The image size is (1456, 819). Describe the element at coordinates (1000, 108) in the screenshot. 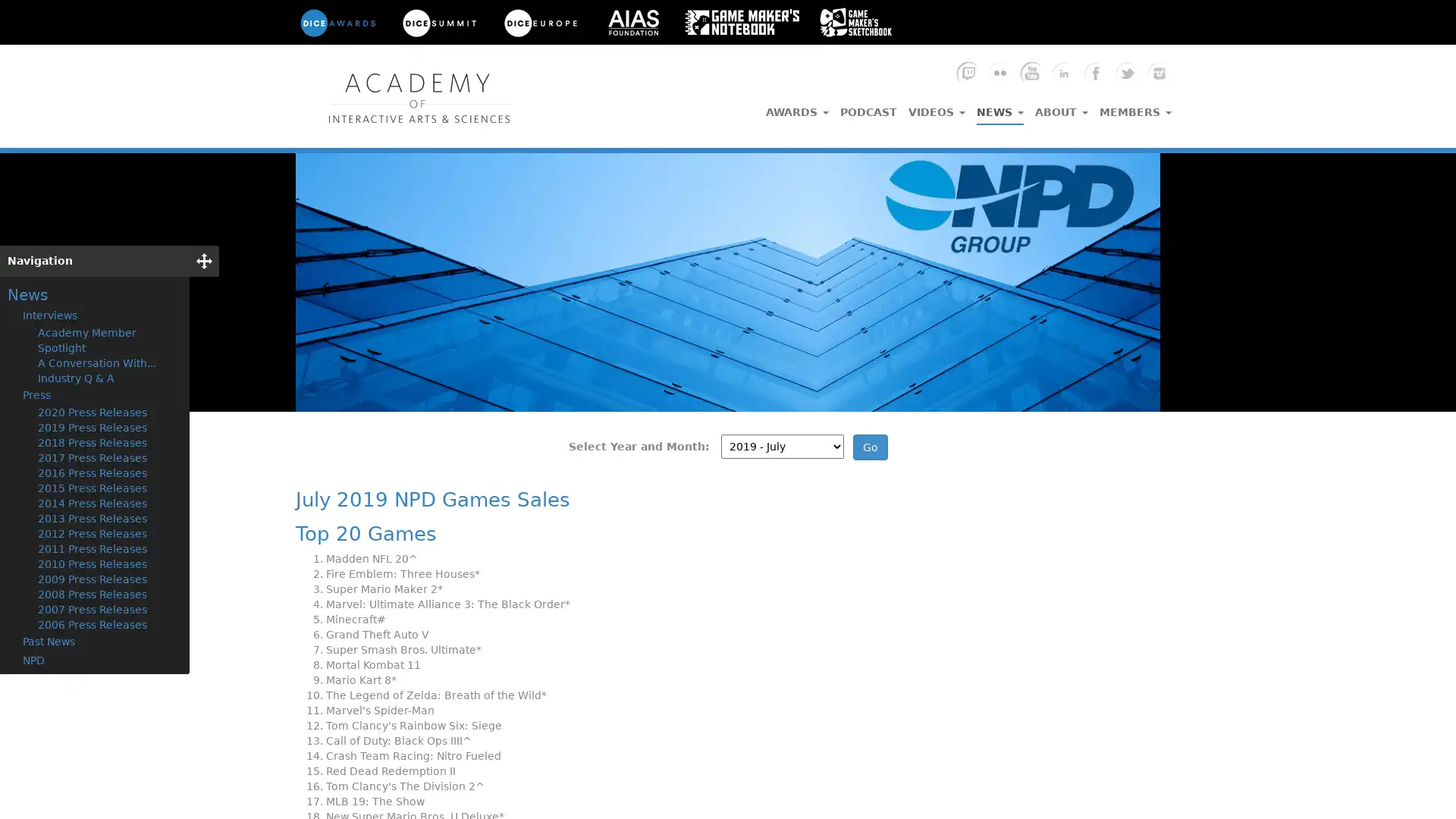

I see `NEWS` at that location.